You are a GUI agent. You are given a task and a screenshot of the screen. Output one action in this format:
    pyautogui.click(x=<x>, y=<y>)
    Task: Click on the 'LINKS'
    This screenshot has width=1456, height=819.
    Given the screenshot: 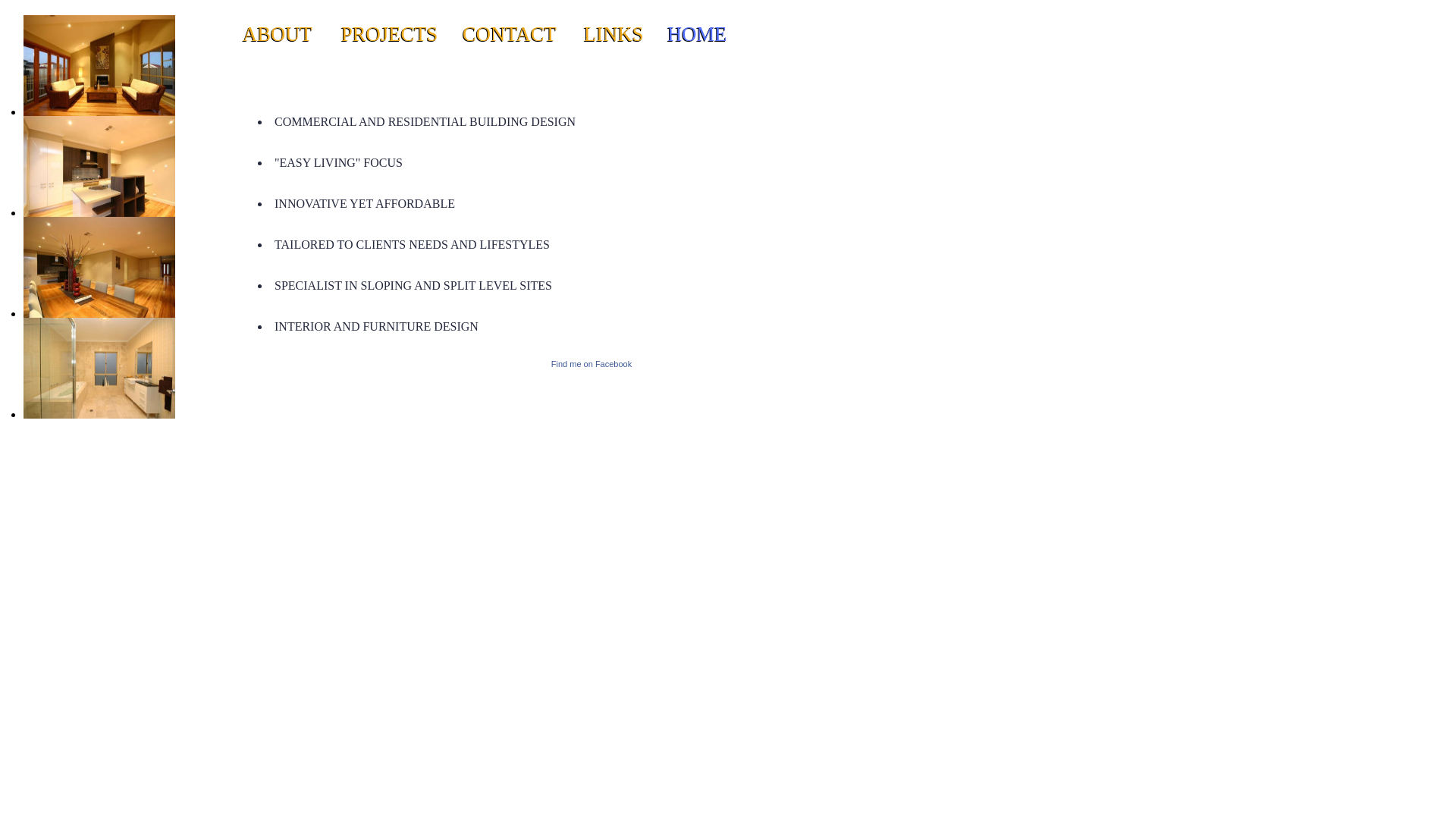 What is the action you would take?
    pyautogui.click(x=582, y=34)
    